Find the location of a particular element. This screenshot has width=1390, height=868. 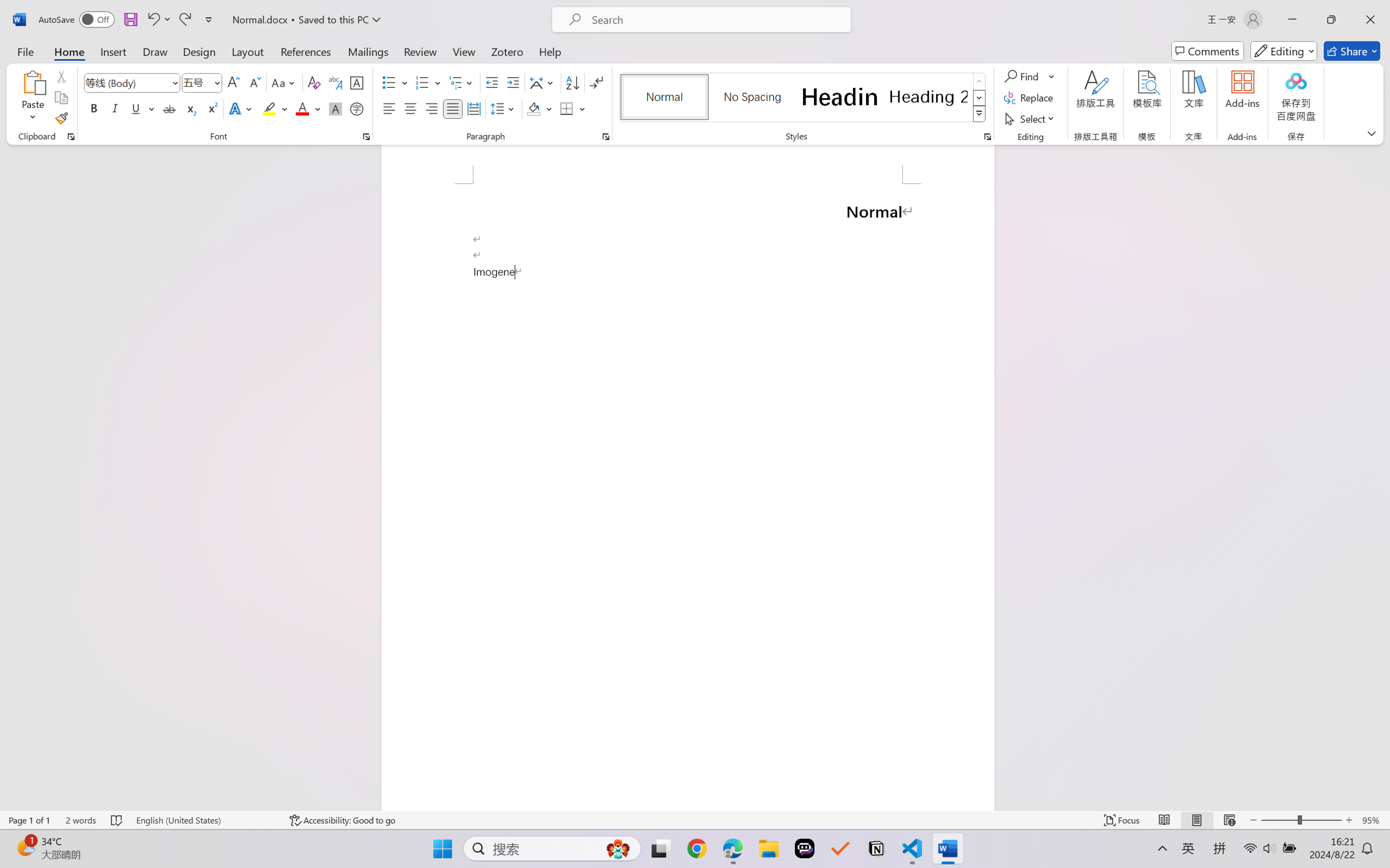

'Decrease Indent' is located at coordinates (492, 83).